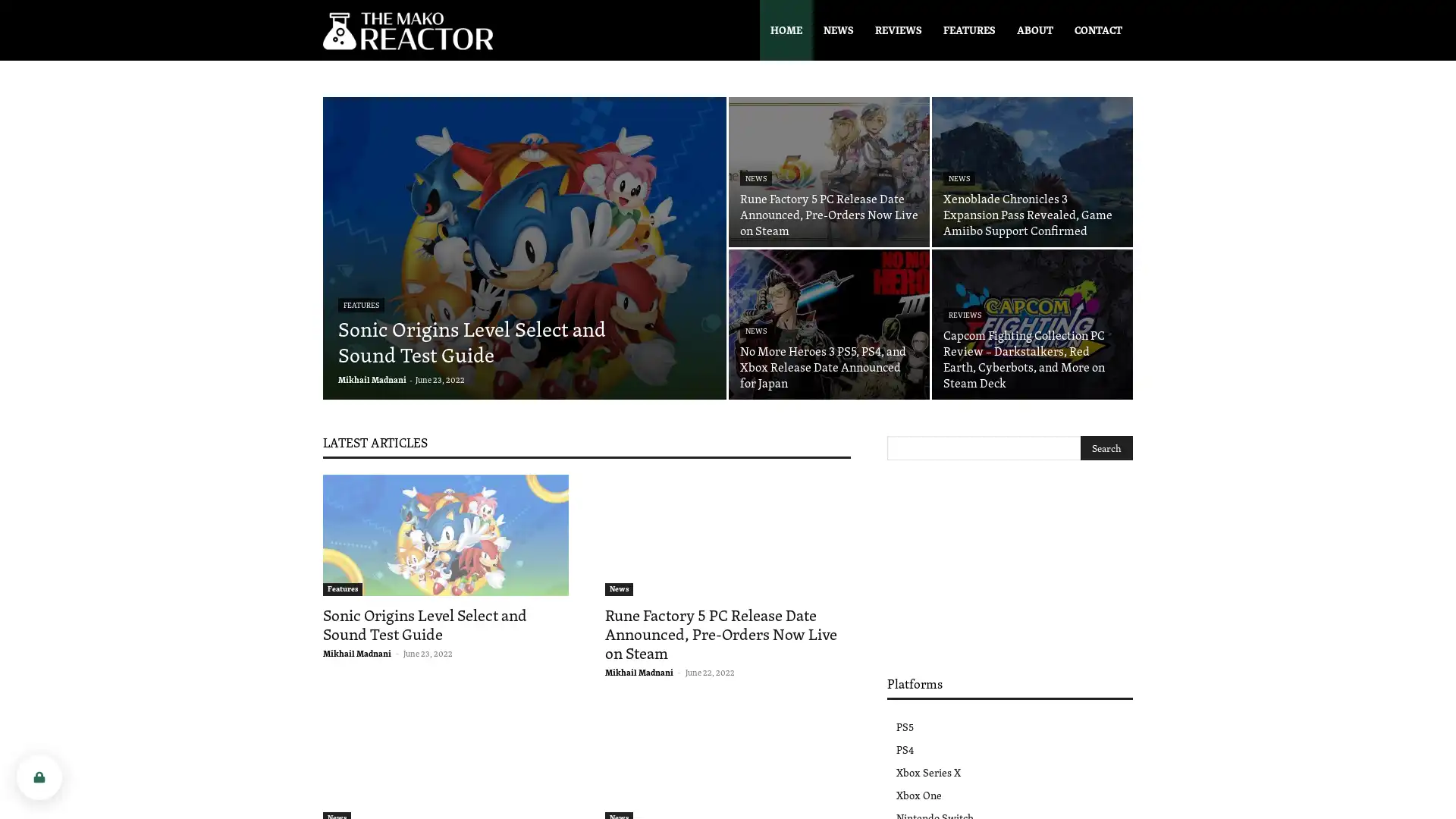  I want to click on Search, so click(1106, 447).